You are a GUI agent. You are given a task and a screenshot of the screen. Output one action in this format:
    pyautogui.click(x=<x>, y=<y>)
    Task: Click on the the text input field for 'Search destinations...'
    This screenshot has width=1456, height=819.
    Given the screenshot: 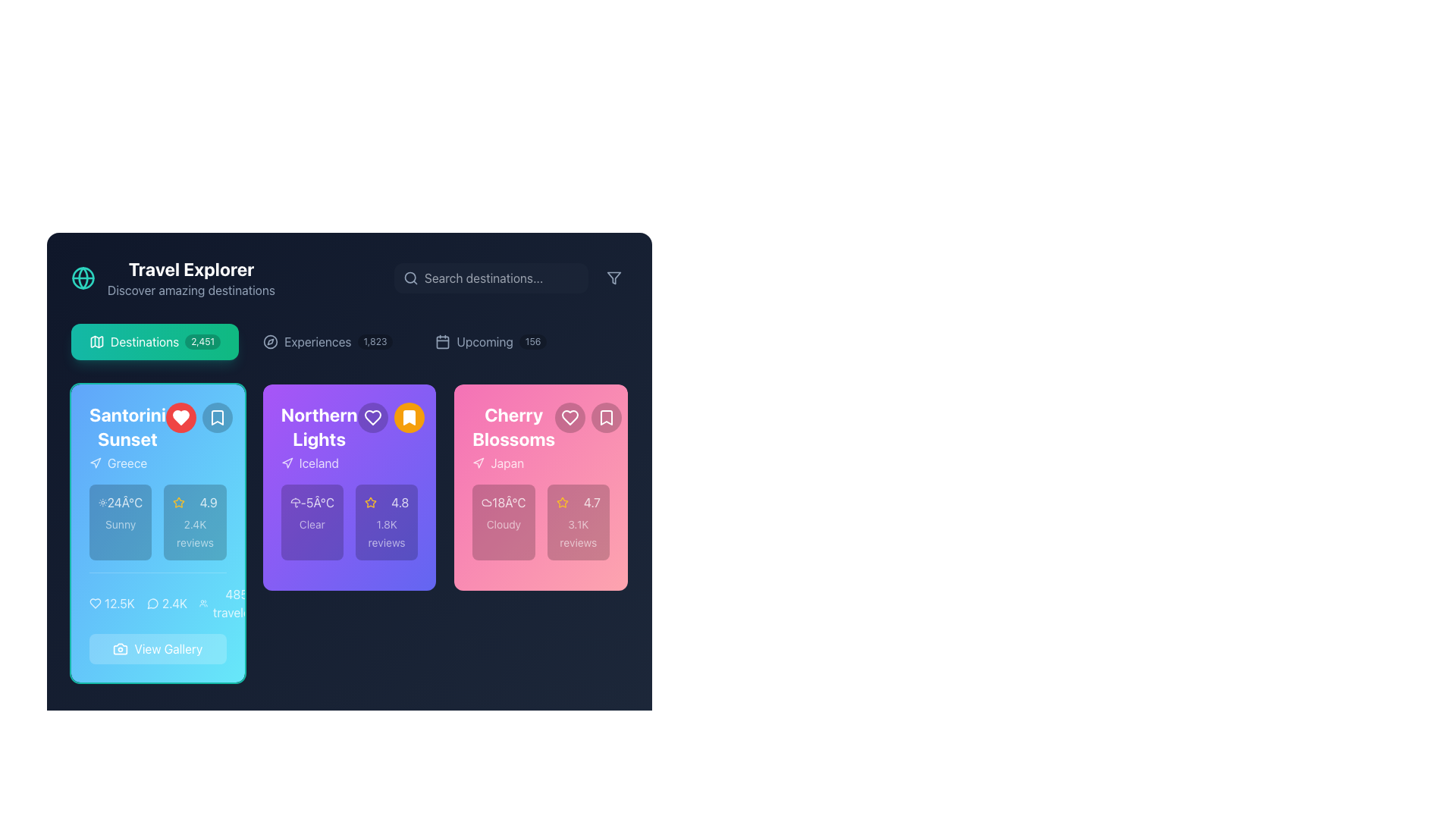 What is the action you would take?
    pyautogui.click(x=491, y=278)
    